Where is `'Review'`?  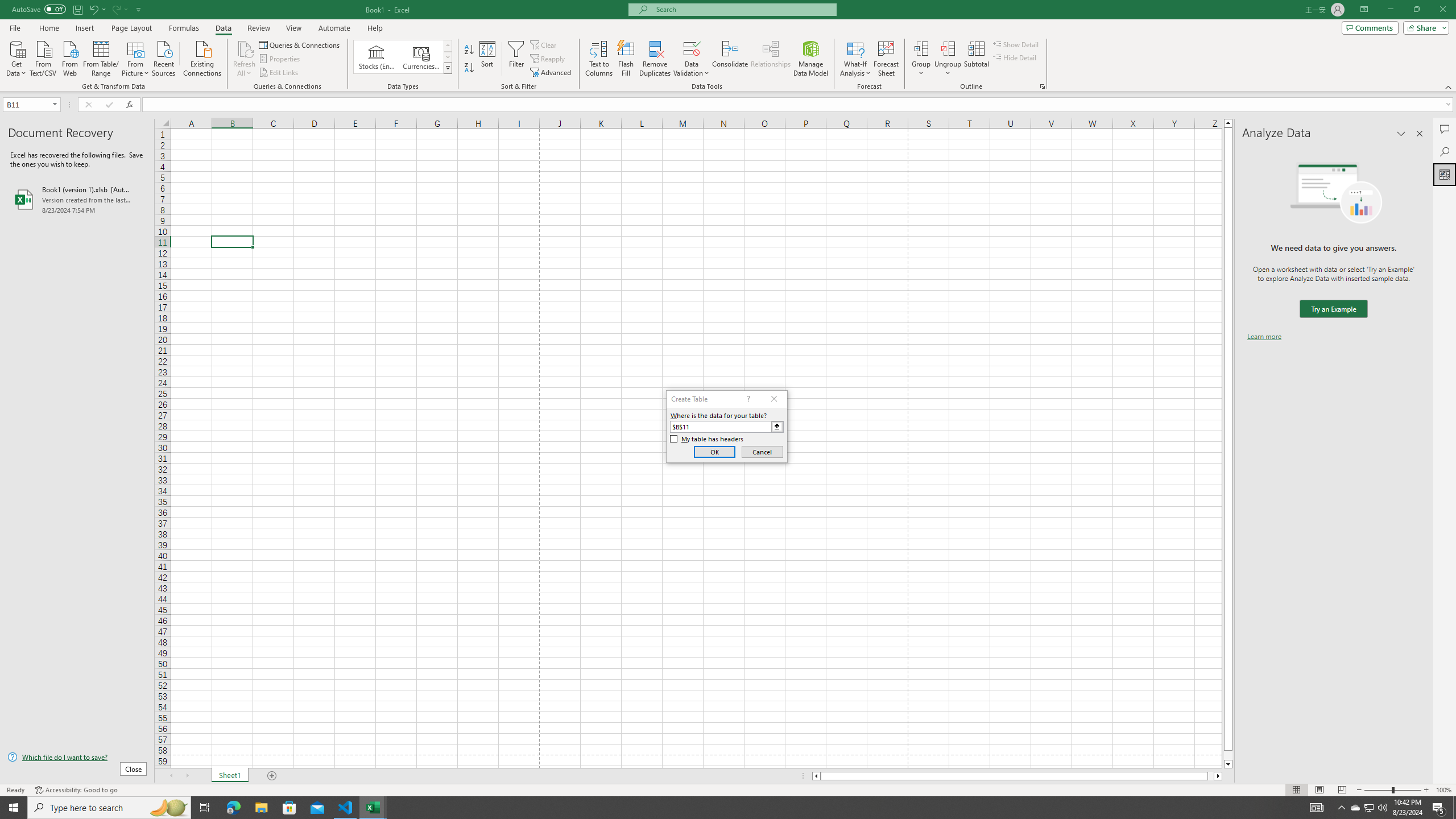
'Review' is located at coordinates (258, 28).